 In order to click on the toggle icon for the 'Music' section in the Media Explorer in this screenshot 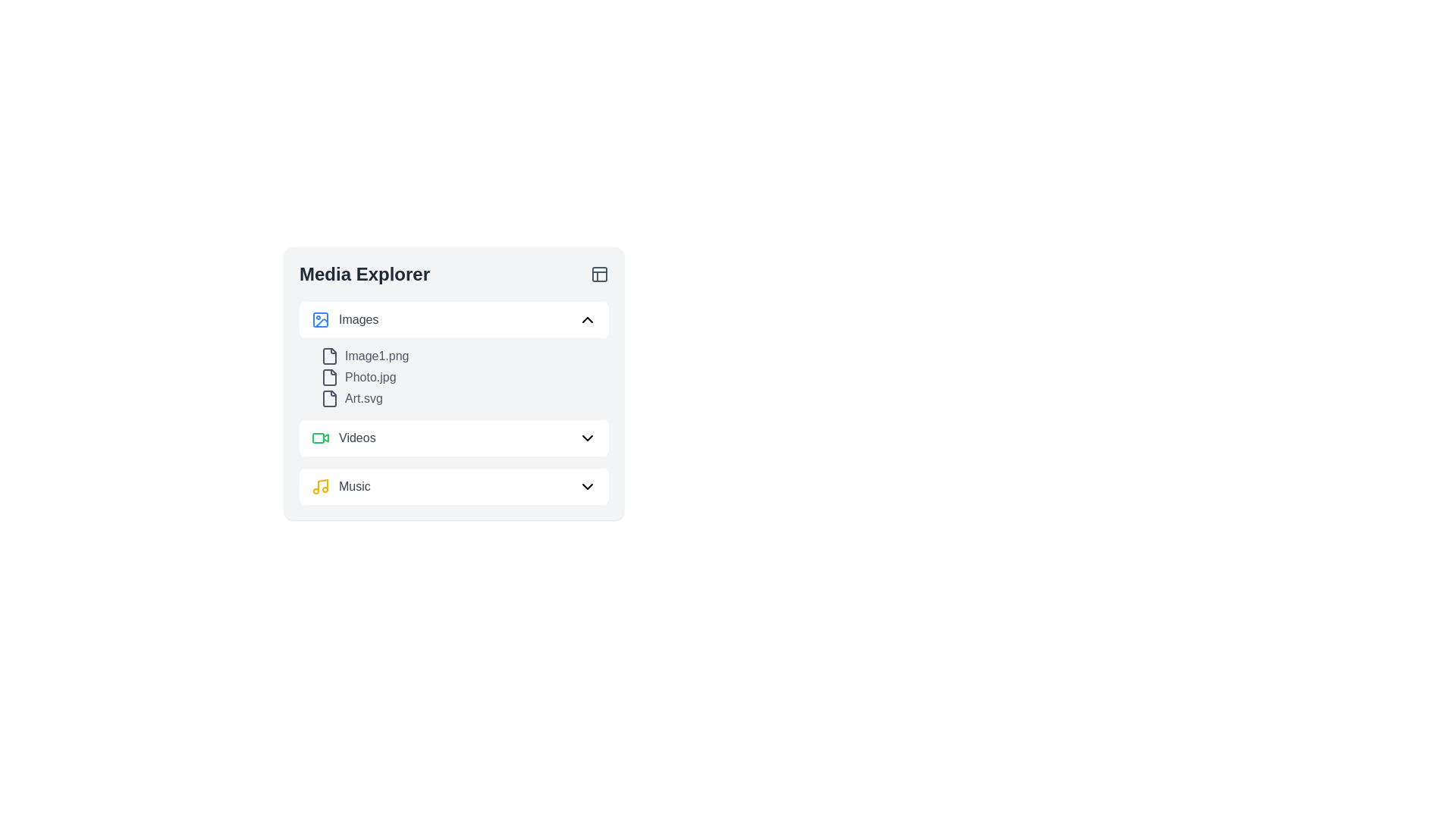, I will do `click(586, 486)`.